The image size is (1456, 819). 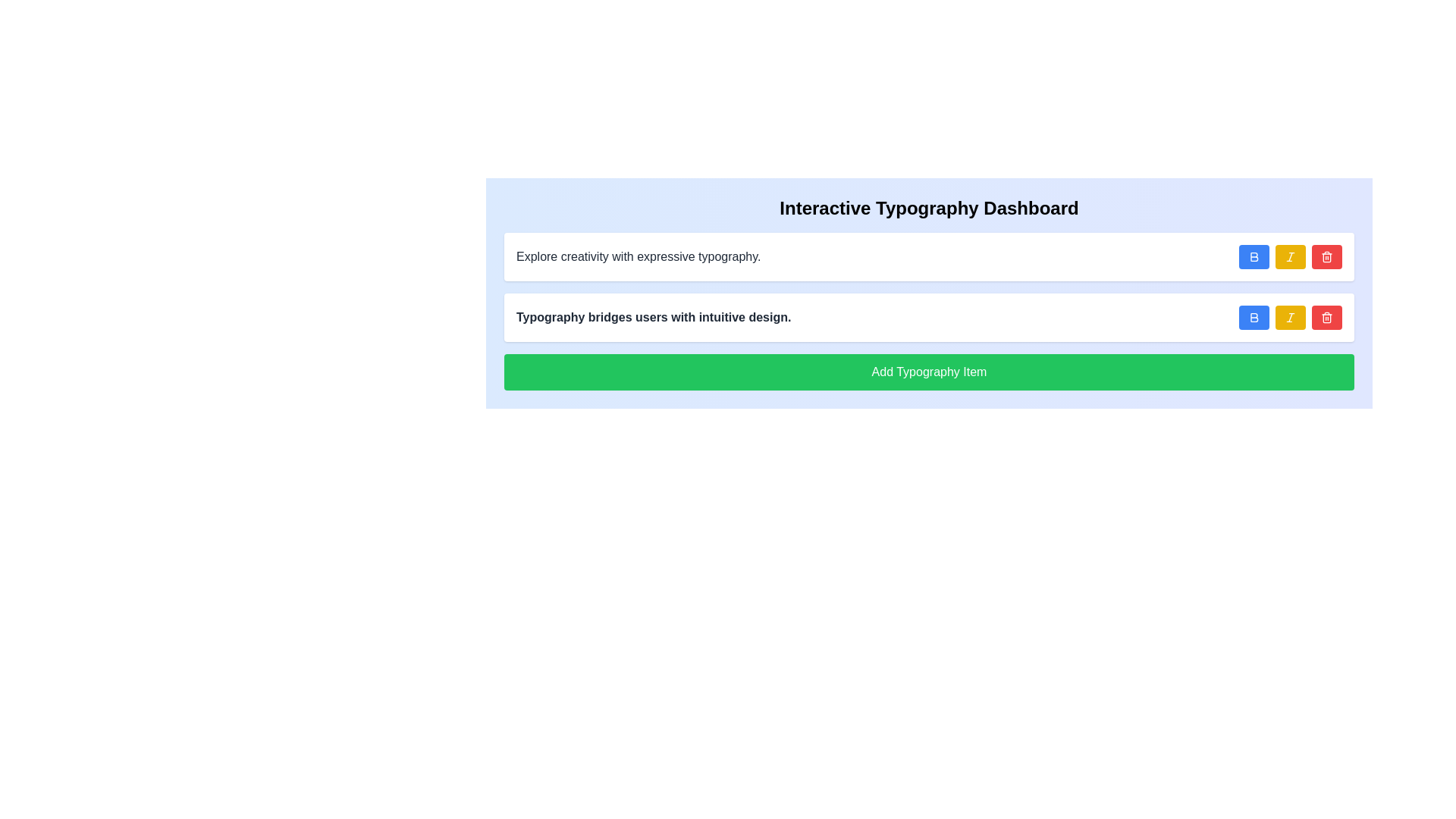 What do you see at coordinates (1254, 256) in the screenshot?
I see `the leftmost blue button with a rounded corner and a bold text icon` at bounding box center [1254, 256].